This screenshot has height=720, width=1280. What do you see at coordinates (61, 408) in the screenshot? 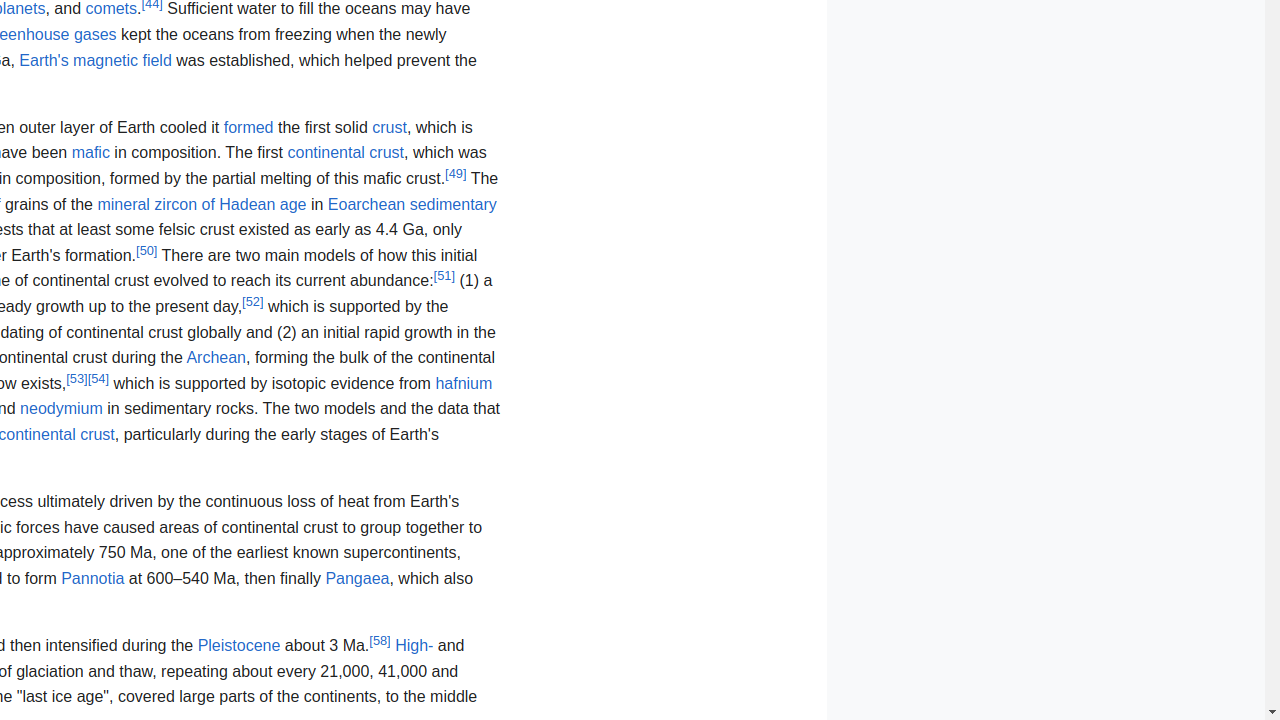
I see `'neodymium'` at bounding box center [61, 408].